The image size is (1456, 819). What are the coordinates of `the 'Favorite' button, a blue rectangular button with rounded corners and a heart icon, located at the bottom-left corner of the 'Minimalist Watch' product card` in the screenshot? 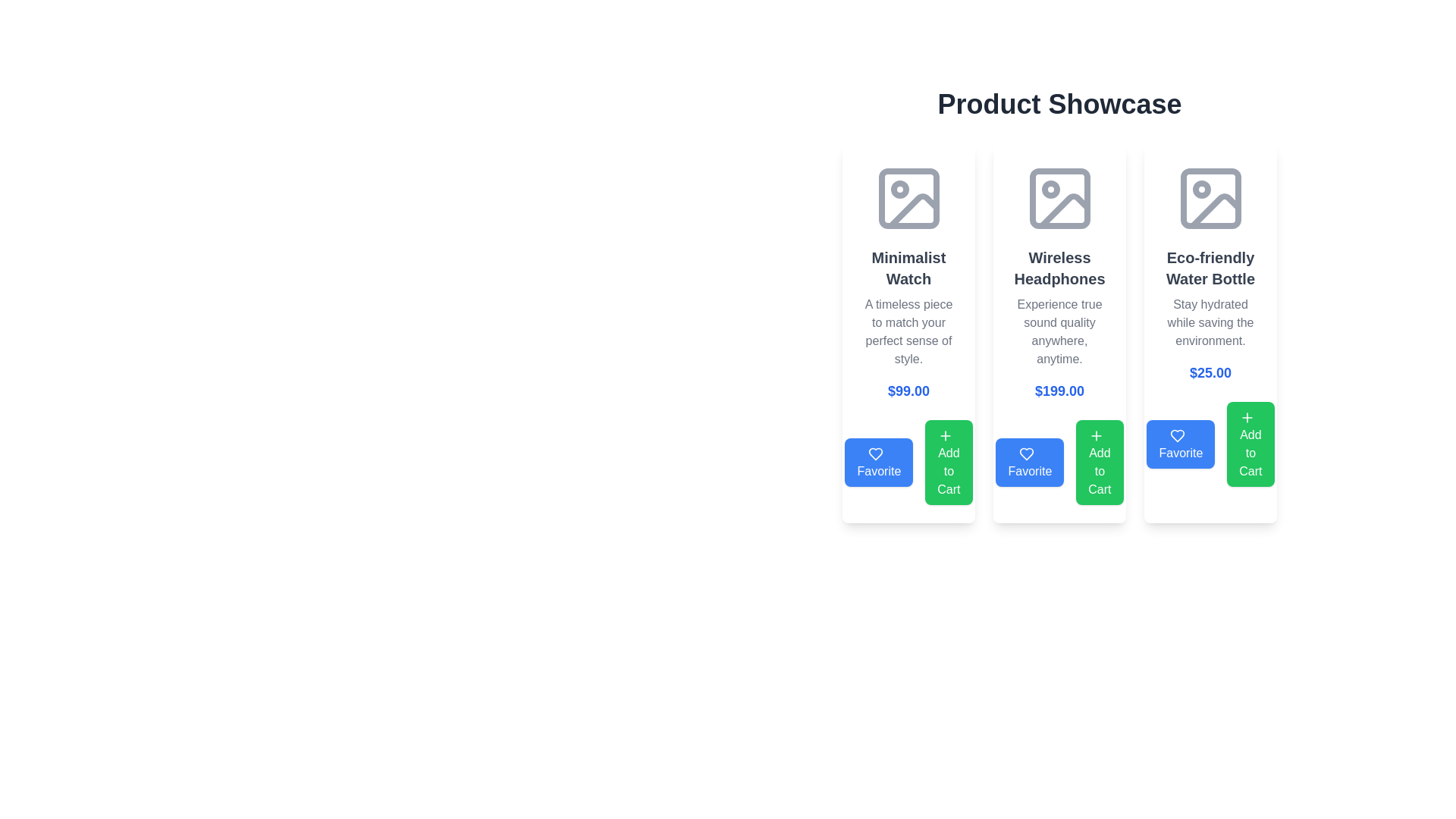 It's located at (908, 461).